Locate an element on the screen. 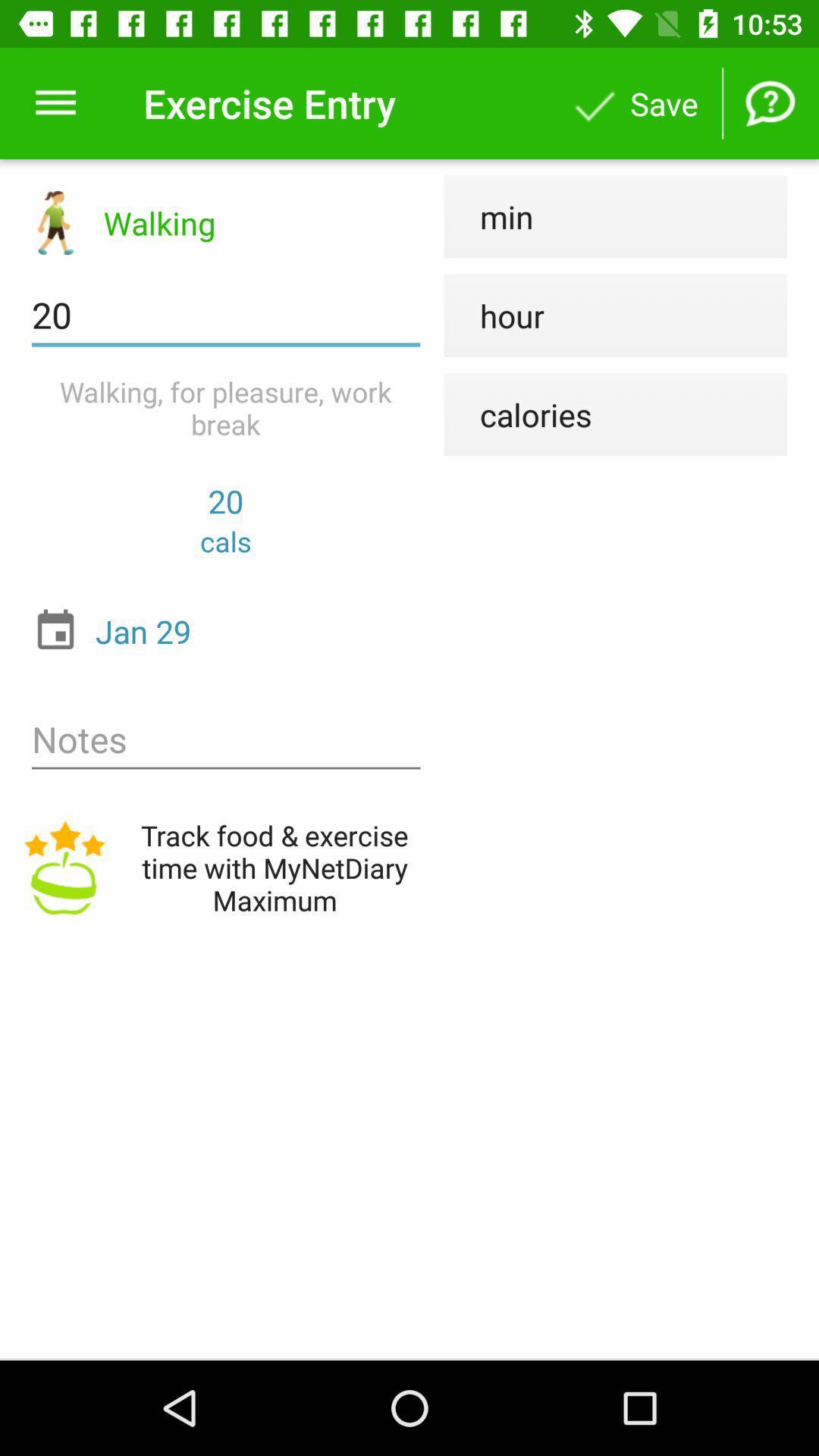  notes is located at coordinates (226, 739).